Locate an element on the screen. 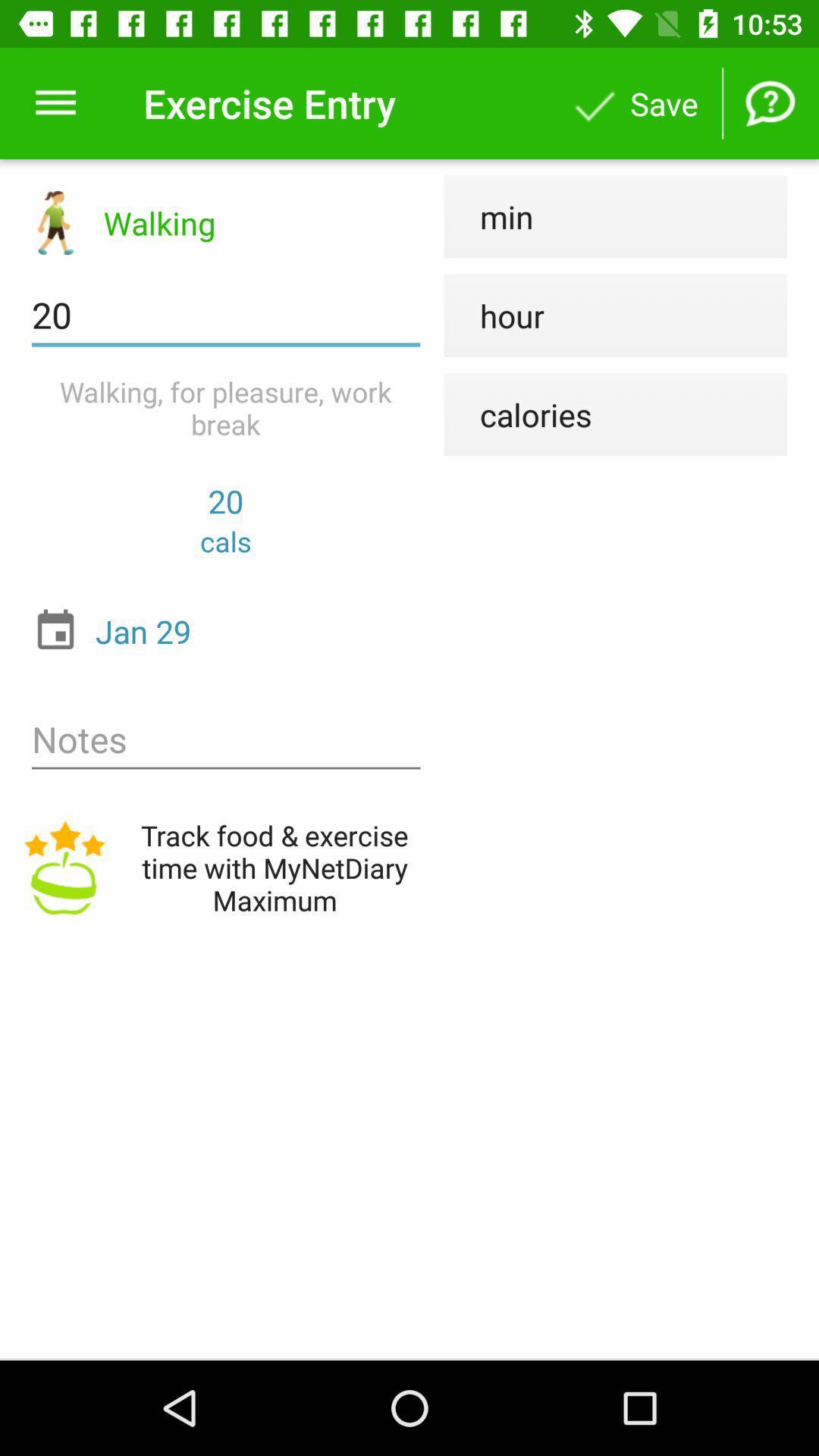  notes is located at coordinates (226, 739).